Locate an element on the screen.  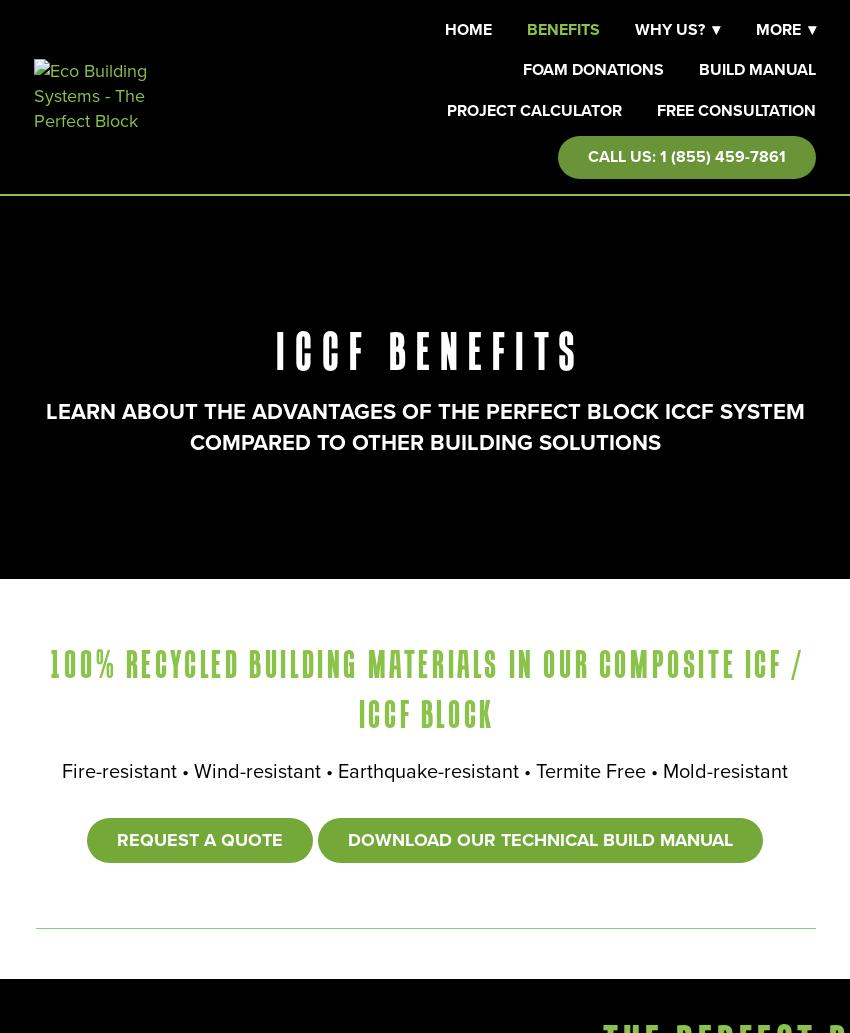
'Project Calculator' is located at coordinates (532, 109).